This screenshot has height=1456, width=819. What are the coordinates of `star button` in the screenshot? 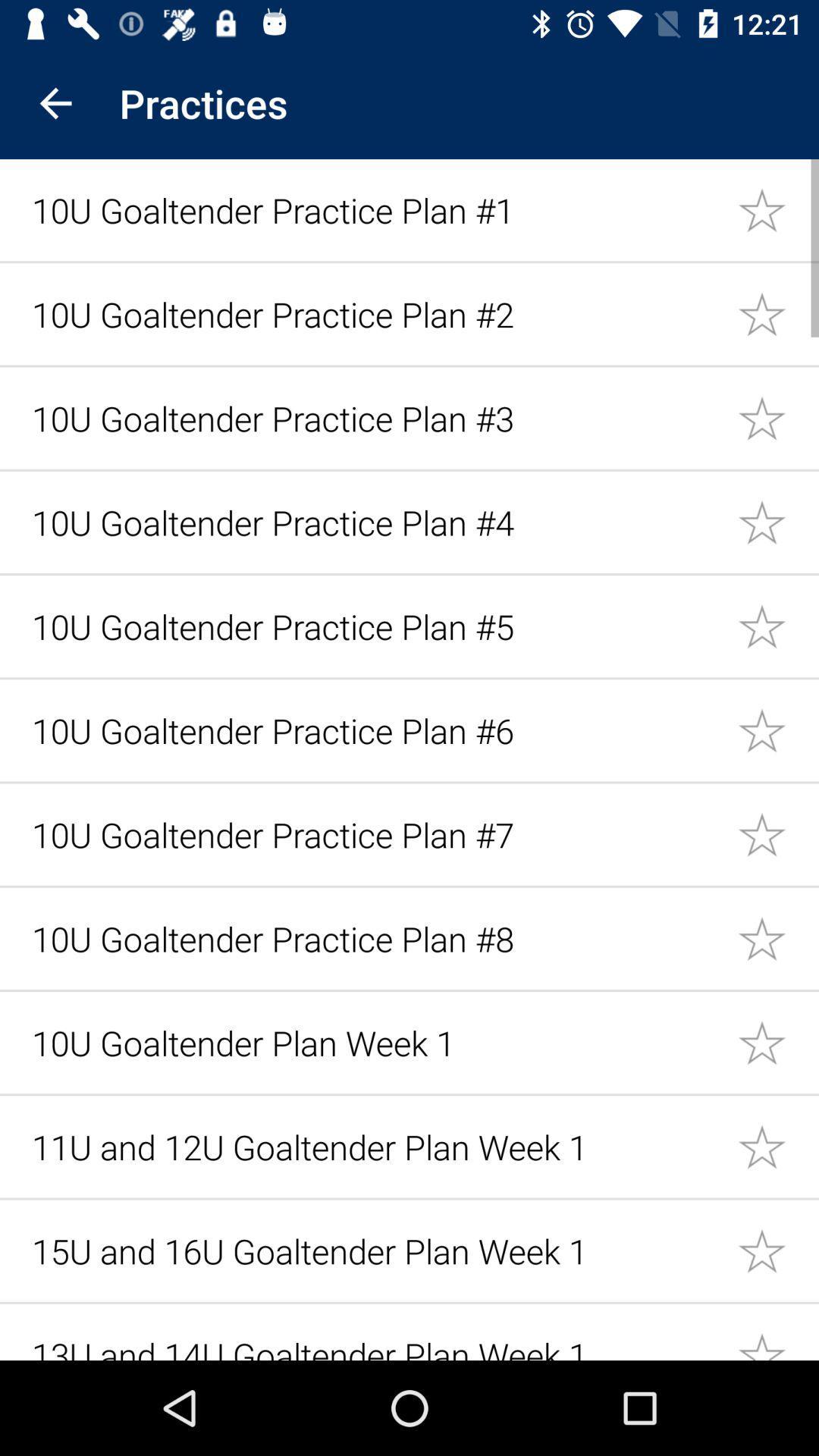 It's located at (778, 418).